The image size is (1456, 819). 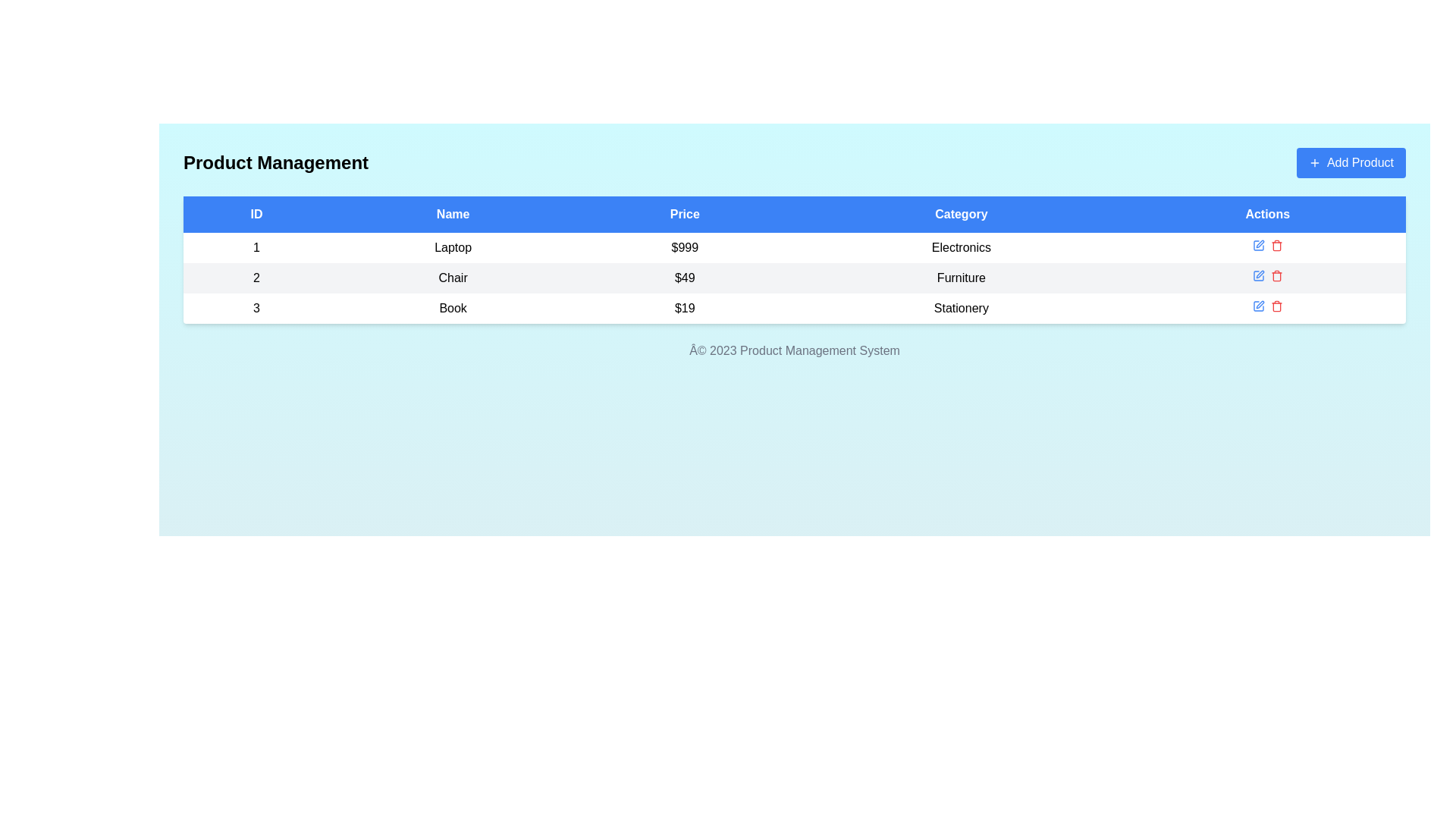 I want to click on the table cell displaying the numerical identifier '2' in bold black text, located in the second row and first column under 'ID', so click(x=256, y=278).